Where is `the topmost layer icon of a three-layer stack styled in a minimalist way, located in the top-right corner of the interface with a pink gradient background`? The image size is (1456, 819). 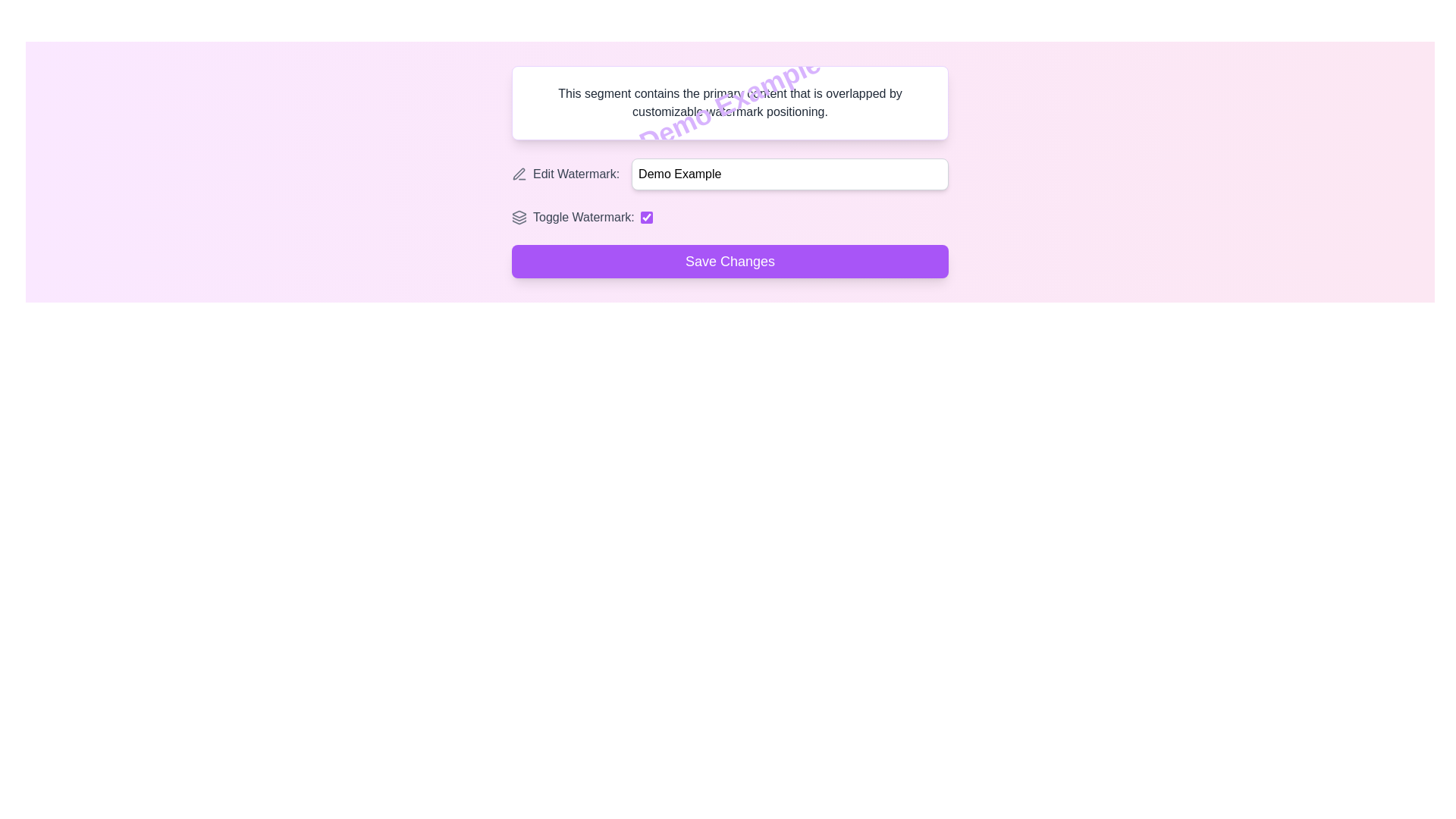 the topmost layer icon of a three-layer stack styled in a minimalist way, located in the top-right corner of the interface with a pink gradient background is located at coordinates (519, 214).